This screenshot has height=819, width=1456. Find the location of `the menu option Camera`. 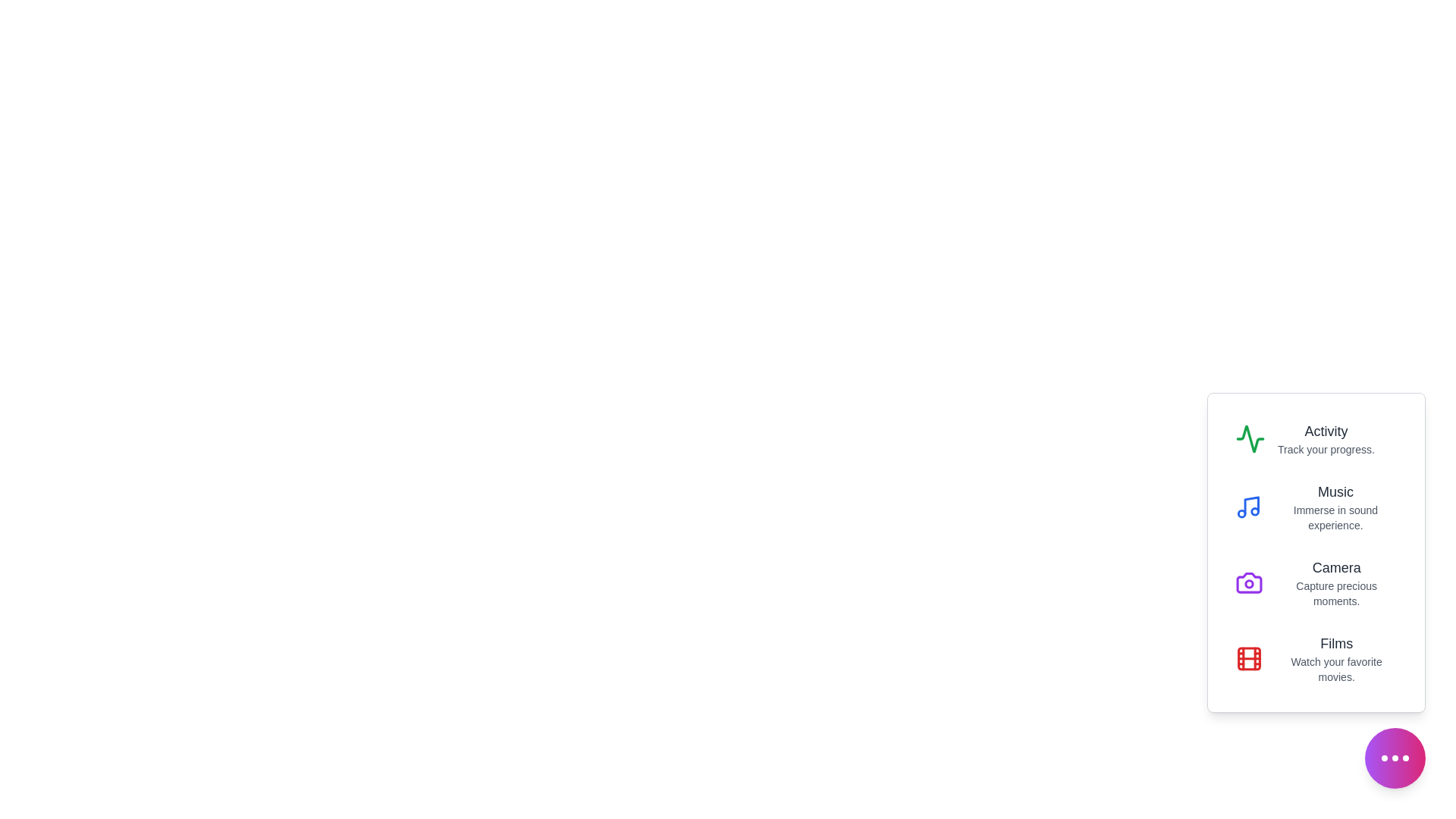

the menu option Camera is located at coordinates (1316, 582).